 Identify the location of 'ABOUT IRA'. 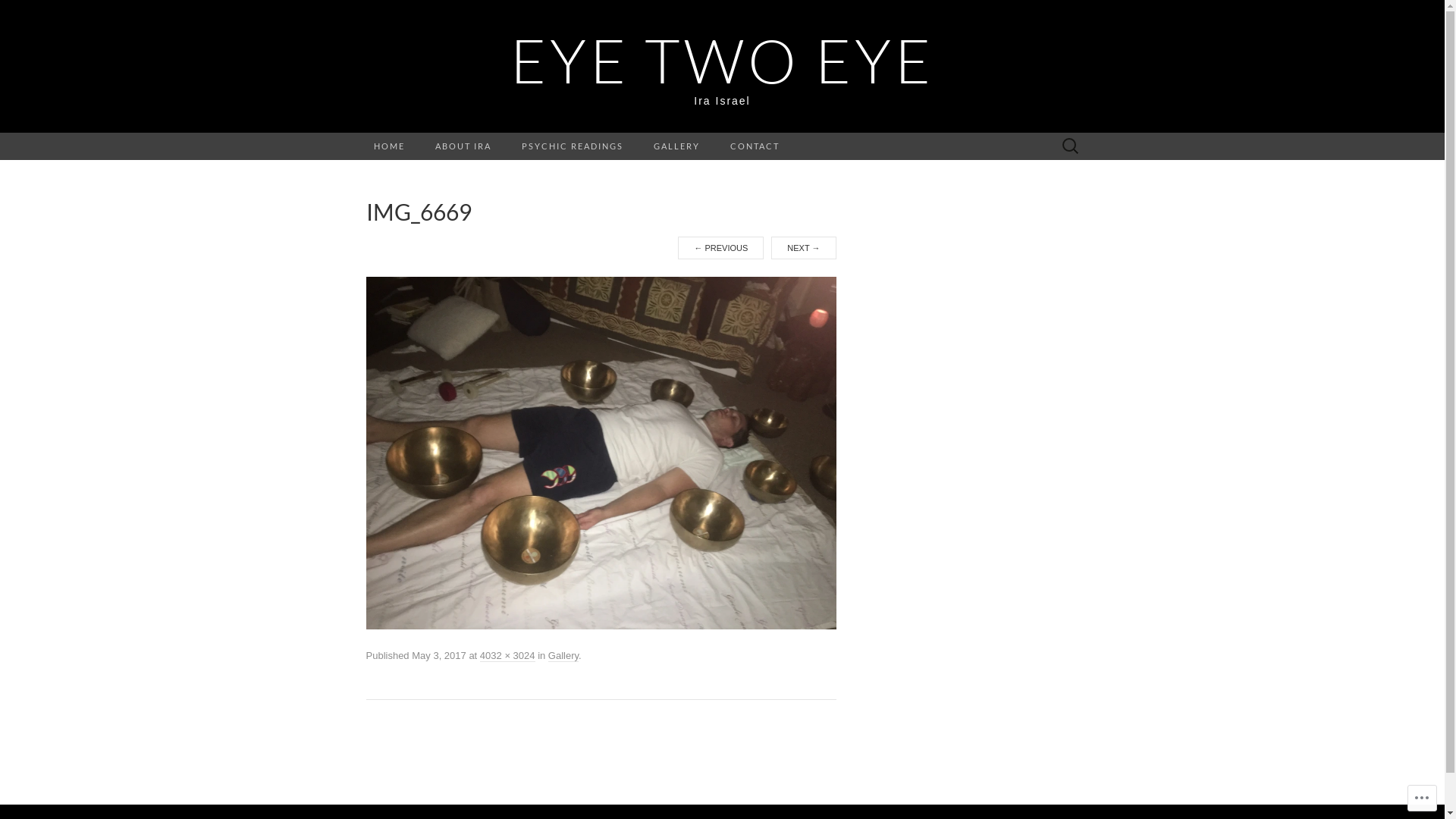
(462, 146).